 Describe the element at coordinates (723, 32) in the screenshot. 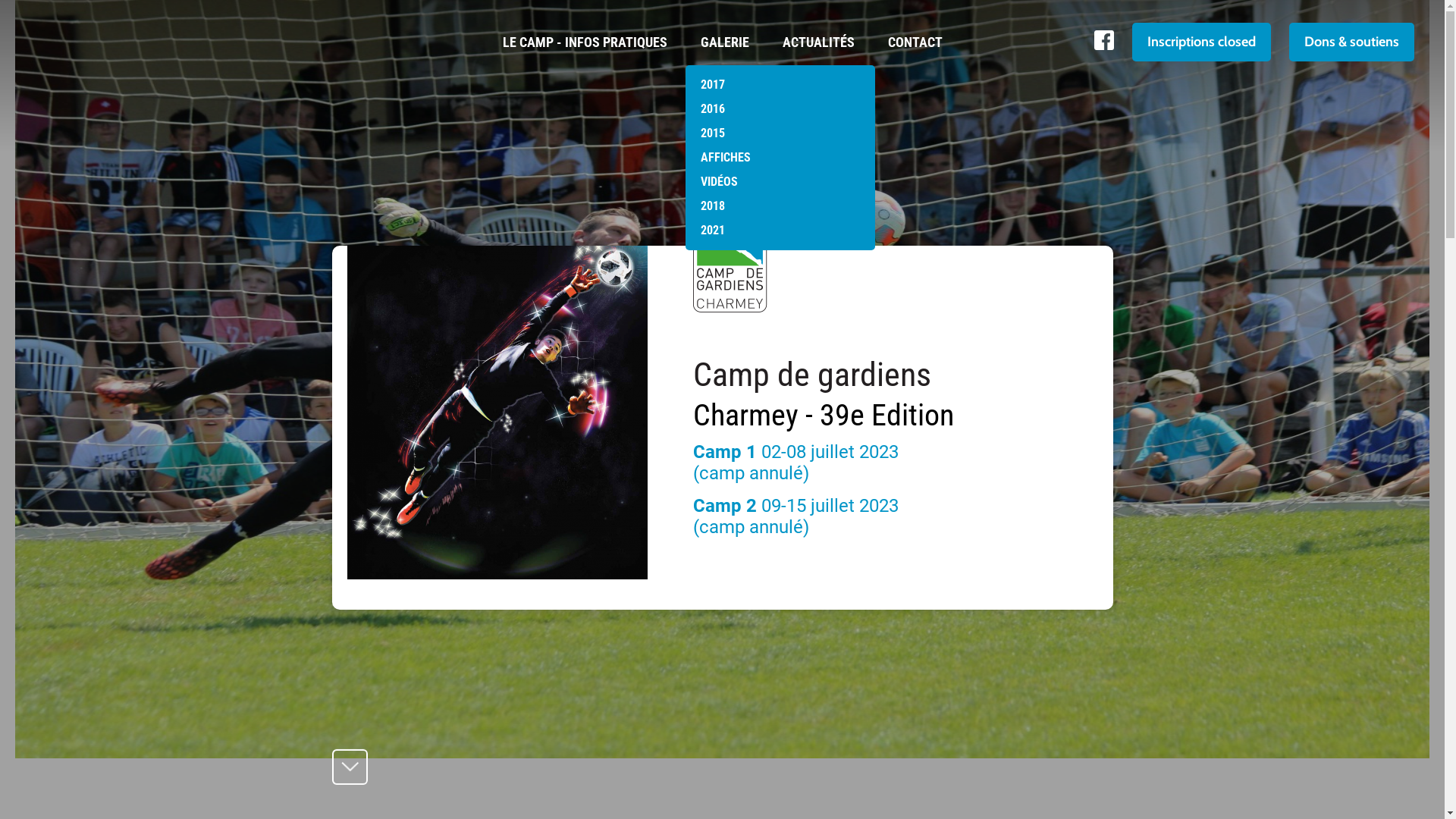

I see `'GALERIE'` at that location.